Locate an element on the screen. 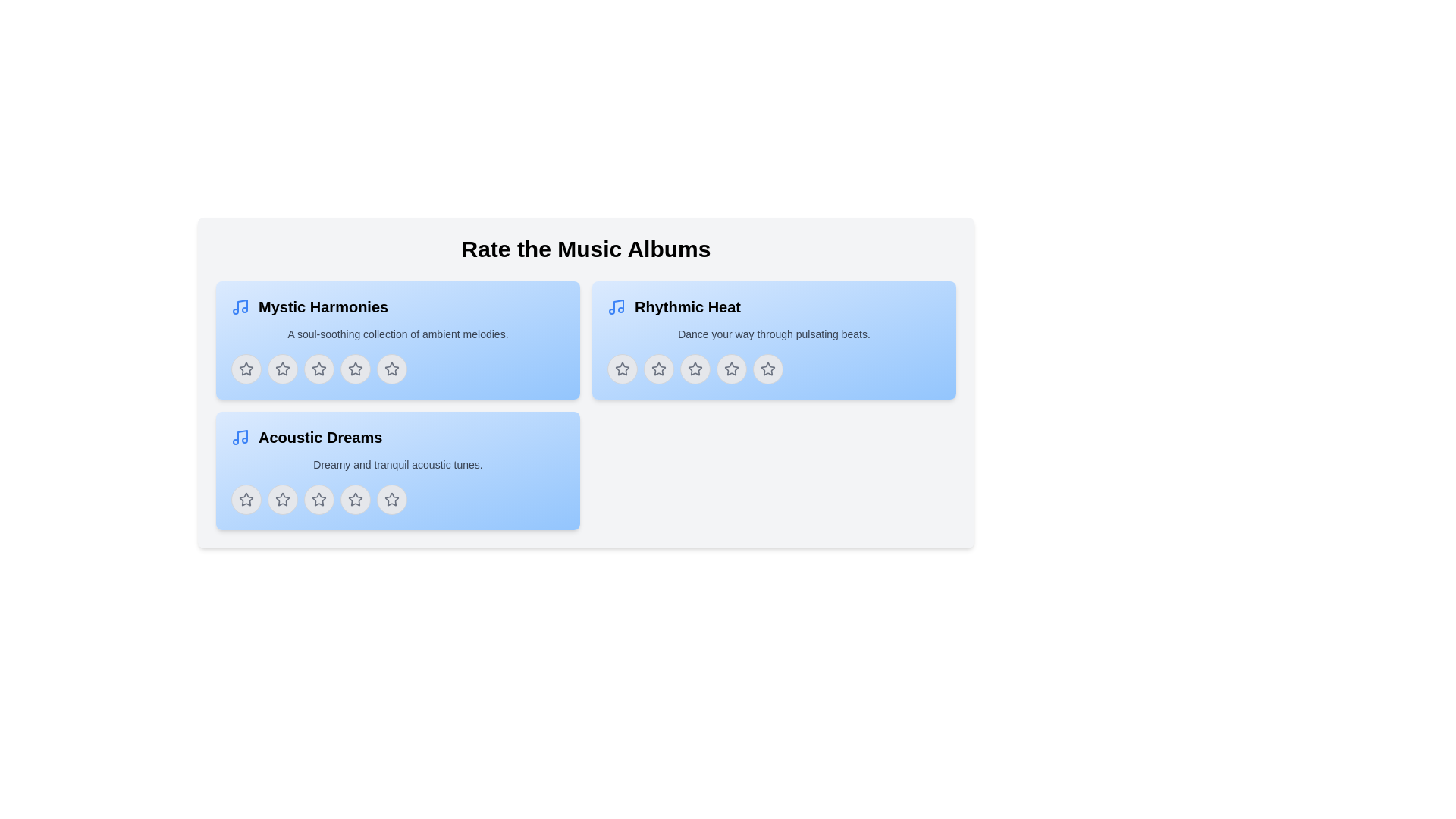  from the first star icon in the 'Acoustic Dreams' section is located at coordinates (246, 499).